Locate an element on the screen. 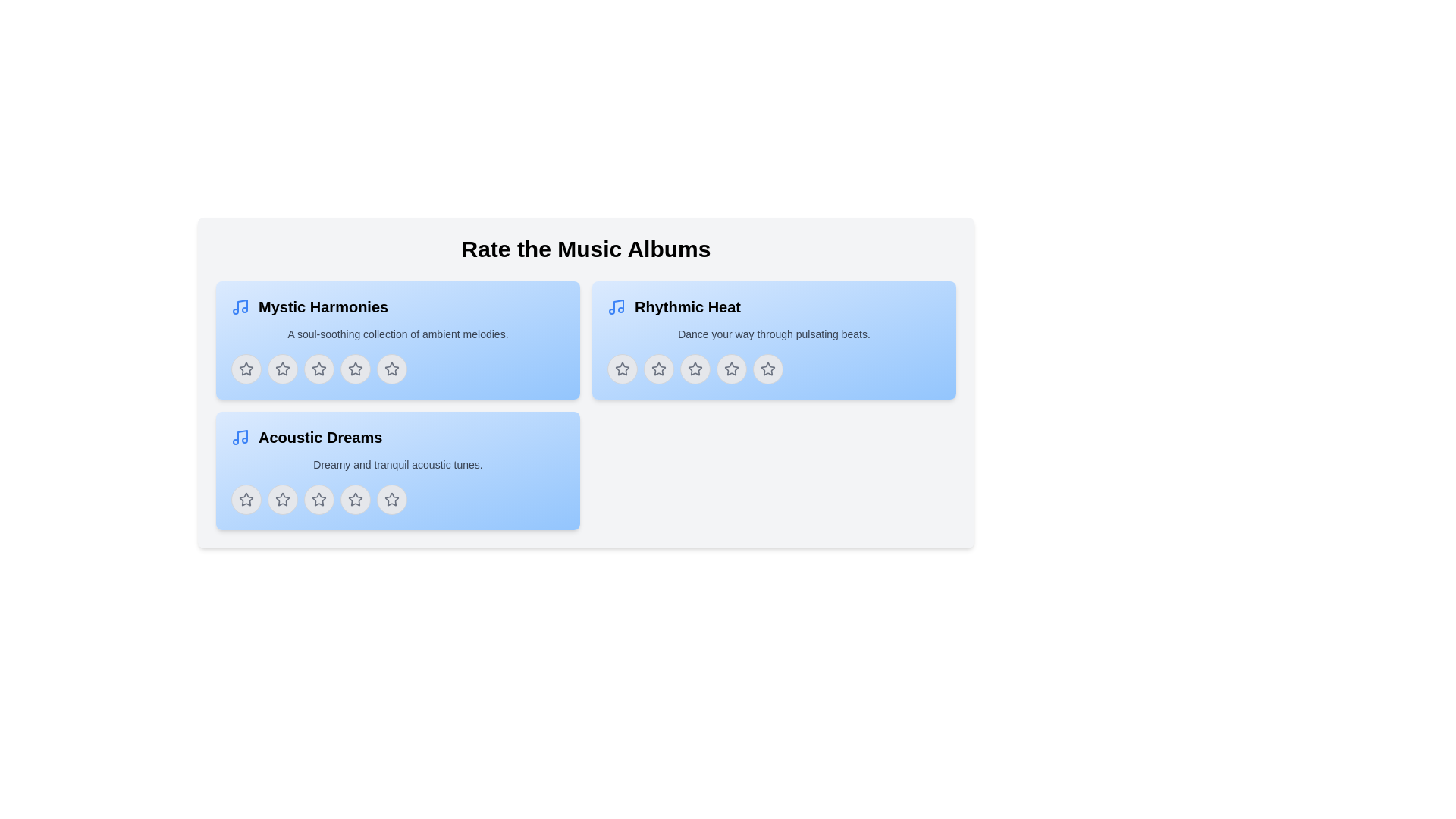  from the first star icon in the 'Acoustic Dreams' section is located at coordinates (246, 499).